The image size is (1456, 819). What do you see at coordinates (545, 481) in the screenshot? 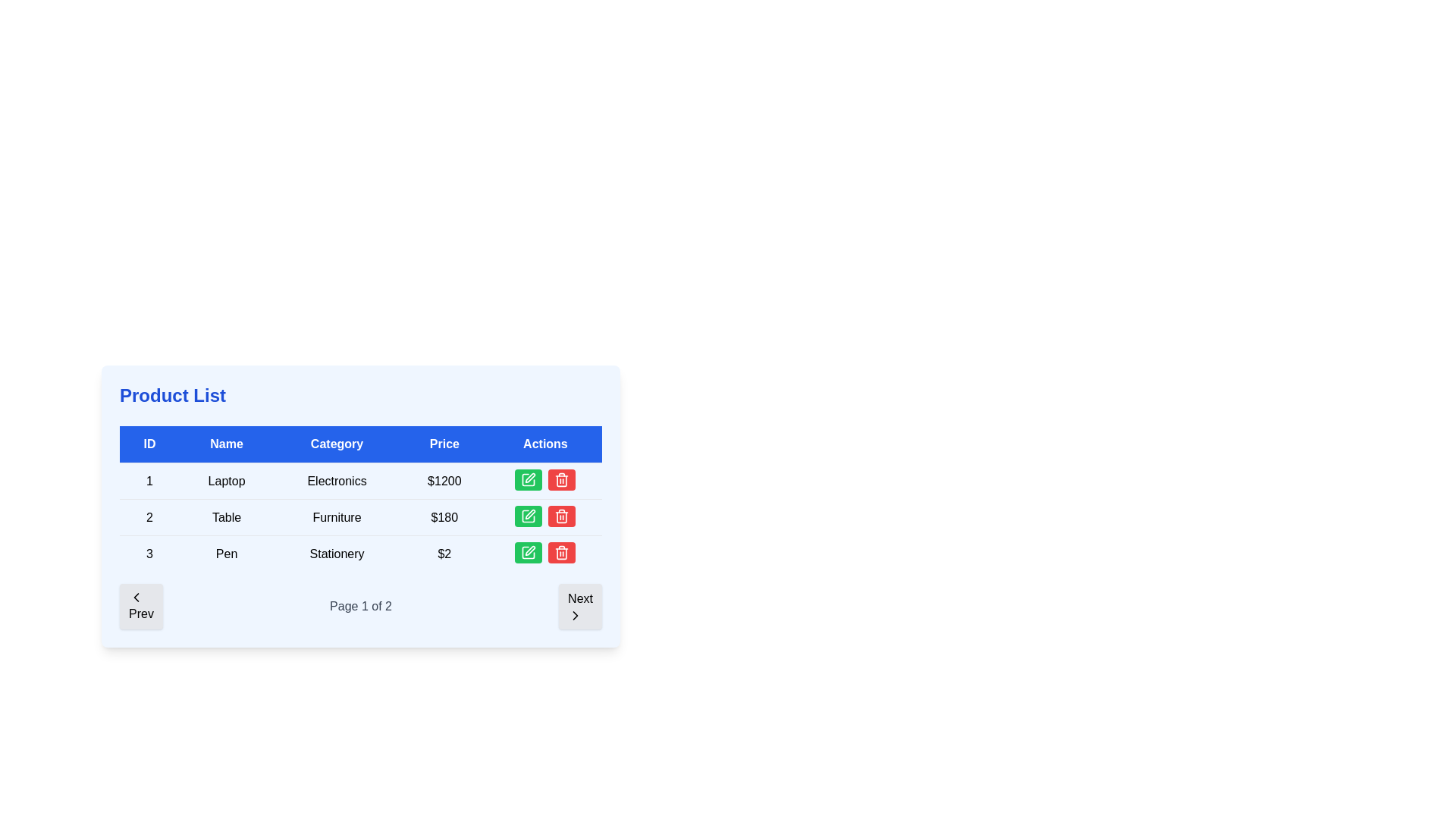
I see `the green button in the 'Actions' column of the first row of the product list` at bounding box center [545, 481].